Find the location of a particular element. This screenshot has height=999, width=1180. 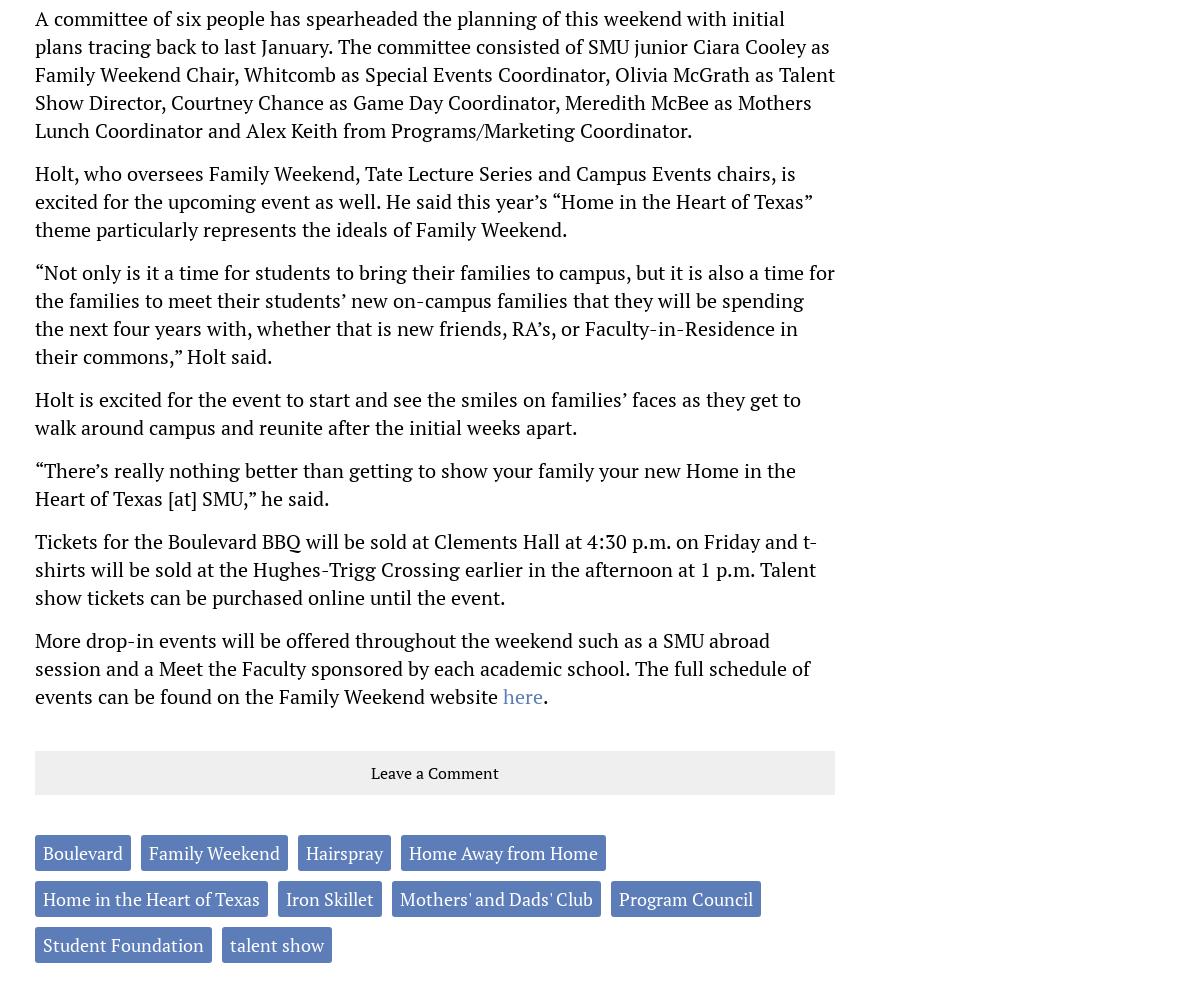

'Program Council' is located at coordinates (618, 898).